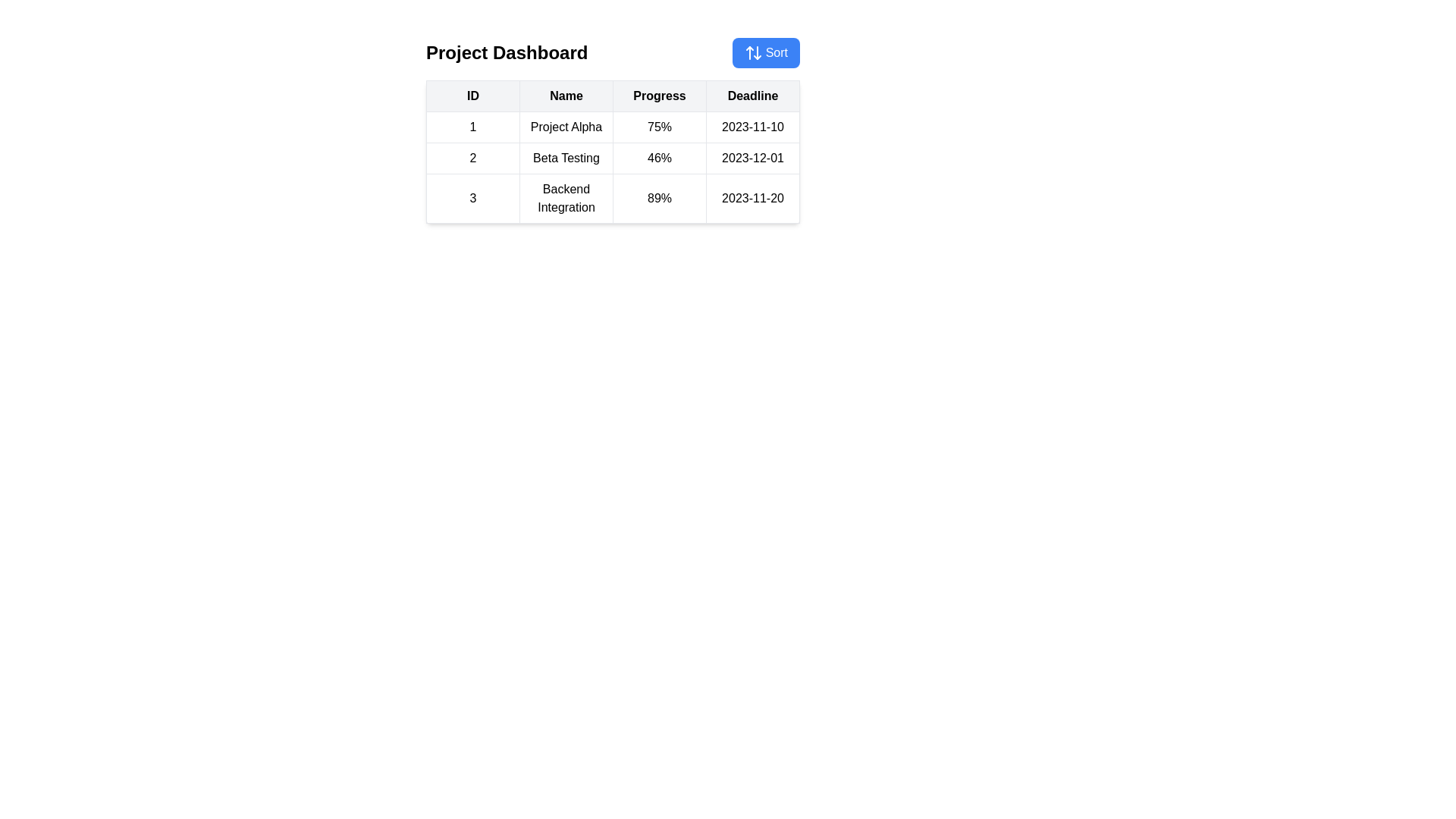 The width and height of the screenshot is (1456, 819). I want to click on the 'Progress' cell in the second row of the project data table within the 'Project Dashboard' section, which displays 46% for the project named 'Beta Testing', so click(613, 152).